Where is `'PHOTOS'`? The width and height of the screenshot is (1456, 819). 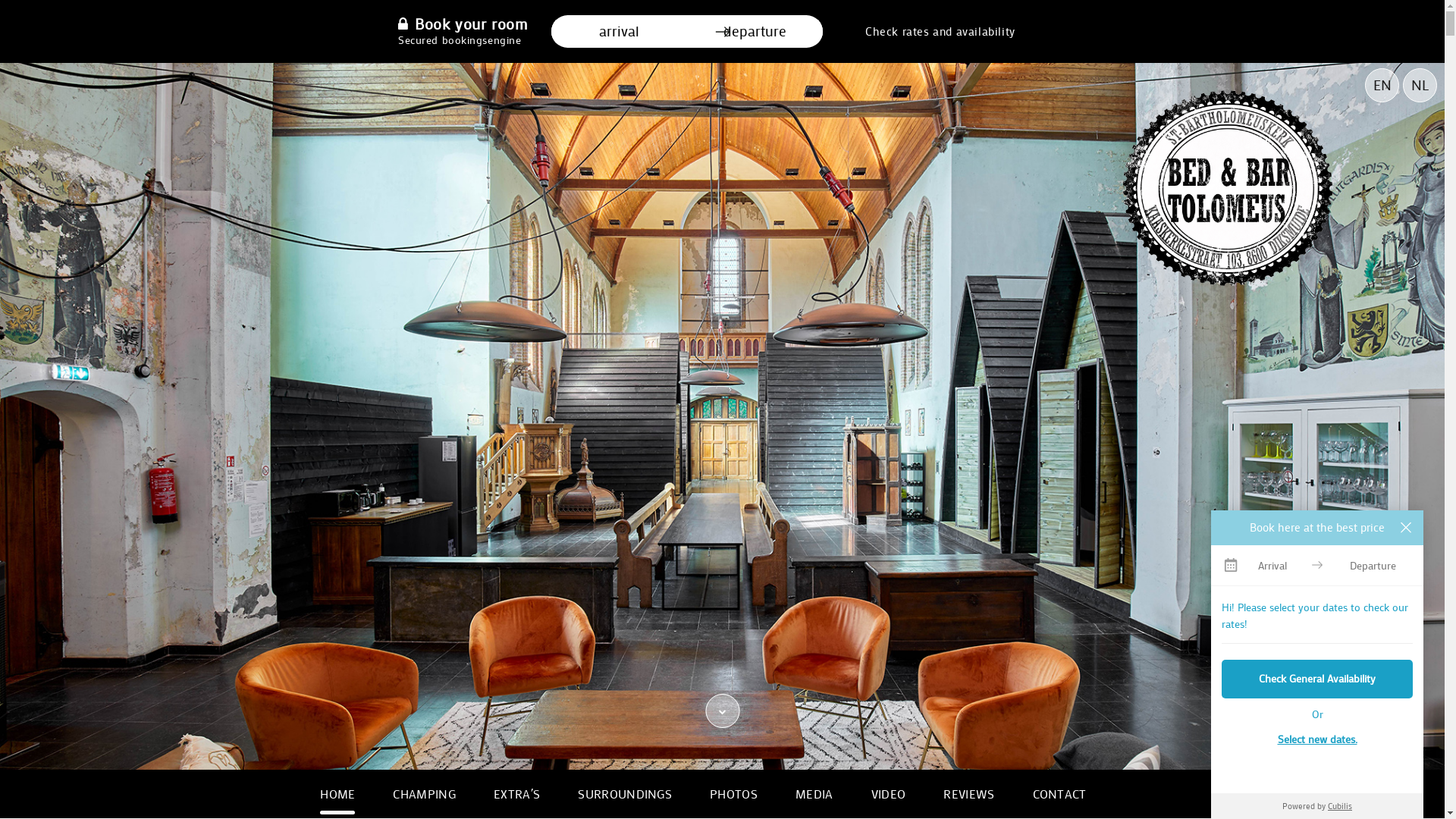
'PHOTOS' is located at coordinates (733, 792).